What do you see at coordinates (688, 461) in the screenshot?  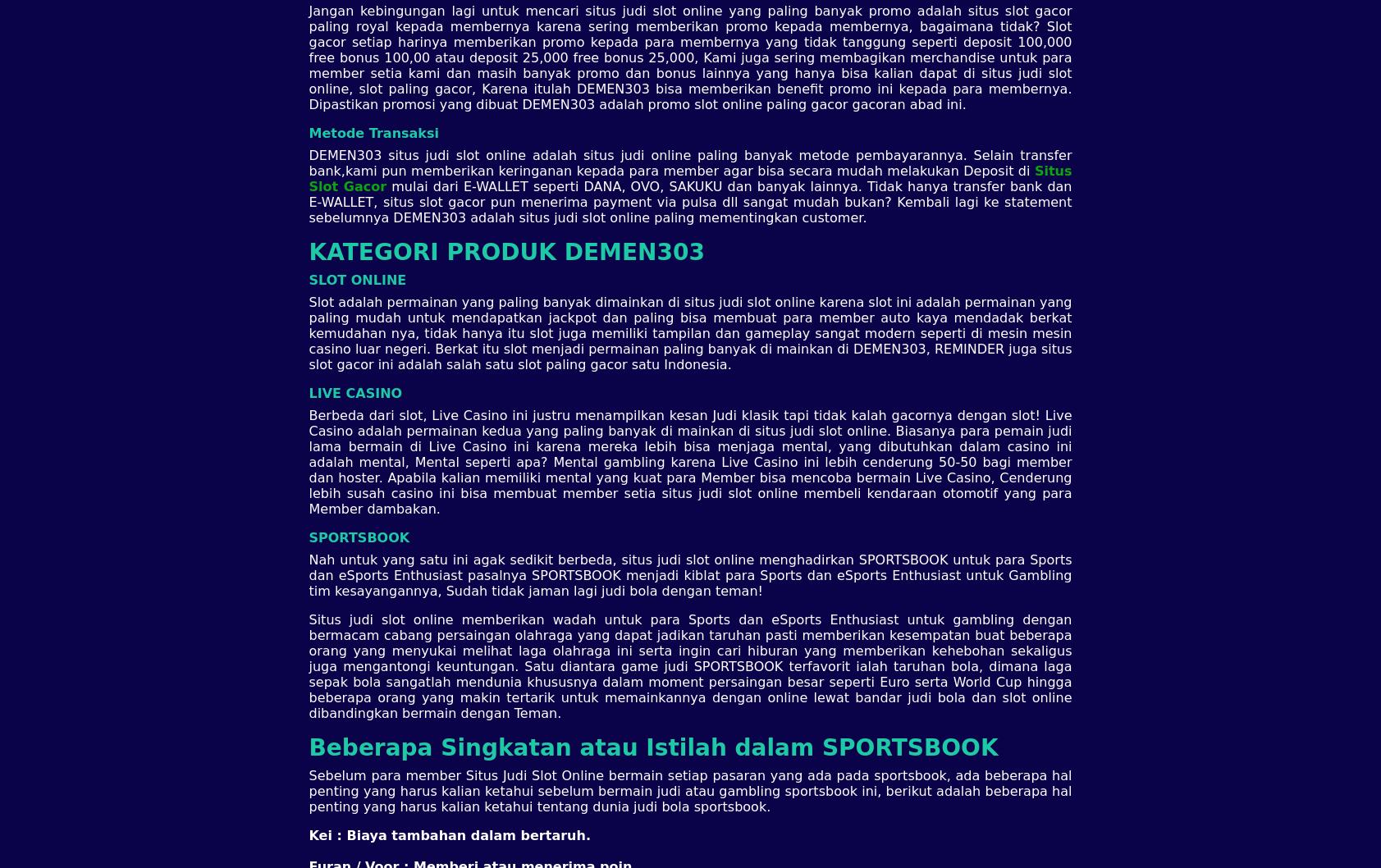 I see `'Berbeda dari slot, Live Casino ini justru menampilkan kesan Judi klasik tapi tidak kalah gacornya dengan slot! Live Casino adalah permainan kedua yang paling banyak di mainkan di situs judi slot online. Biasanya para pemain judi lama bermain di Live Casino ini karena mereka lebih bisa menjaga mental, yang dibutuhkan dalam casino ini adalah mental, Mental seperti apa? Mental gambling karena Live Casino ini lebih cenderung 50-50 bagi member dan hoster. Apabila kalian memiliki mental yang kuat para Member bisa mencoba bermain Live Casino, Cenderung lebih susah casino ini bisa membuat member setia situs judi slot online membeli kendaraan otomotif yang para Member dambakan.'` at bounding box center [688, 461].